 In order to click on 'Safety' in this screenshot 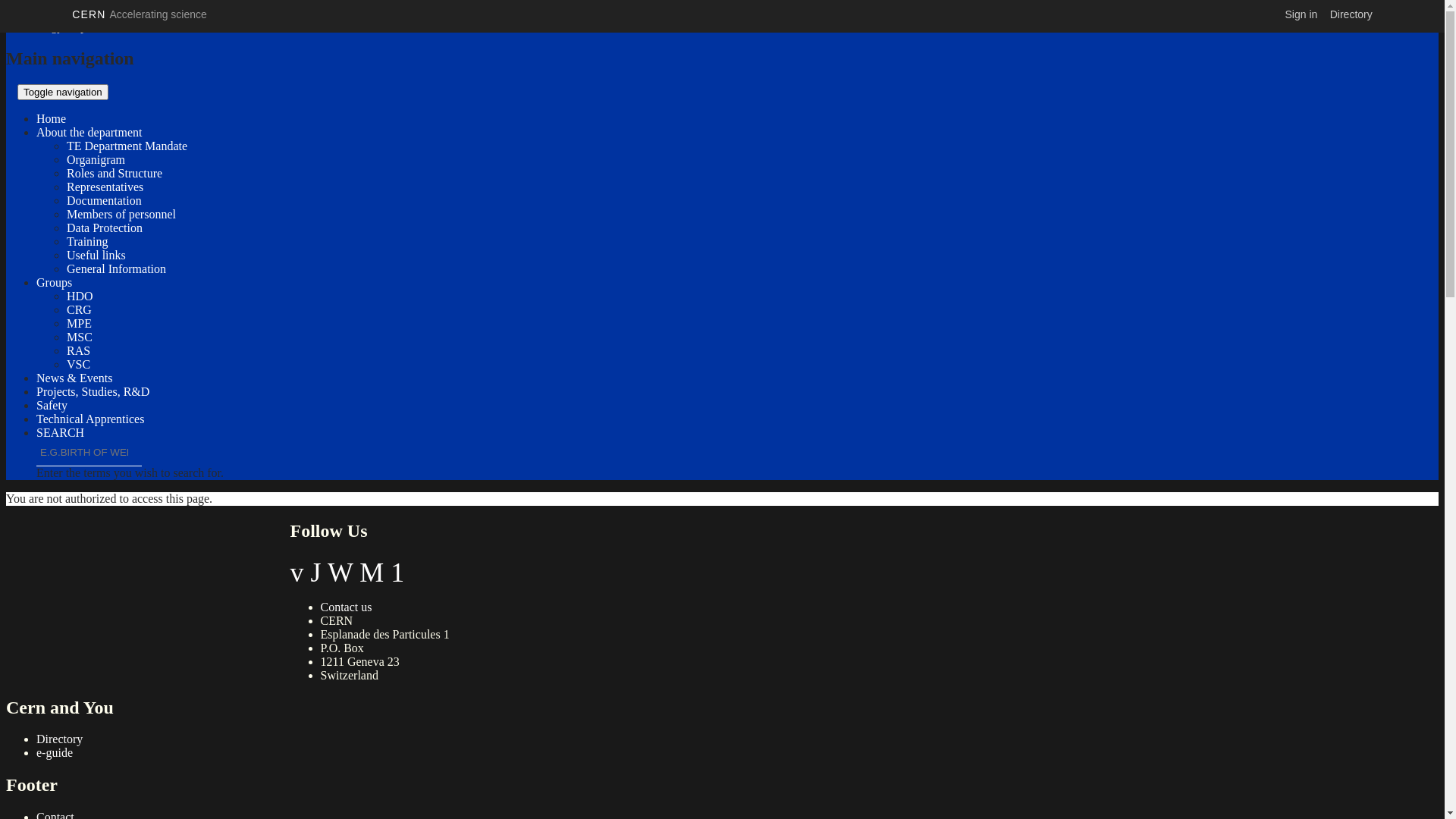, I will do `click(36, 404)`.